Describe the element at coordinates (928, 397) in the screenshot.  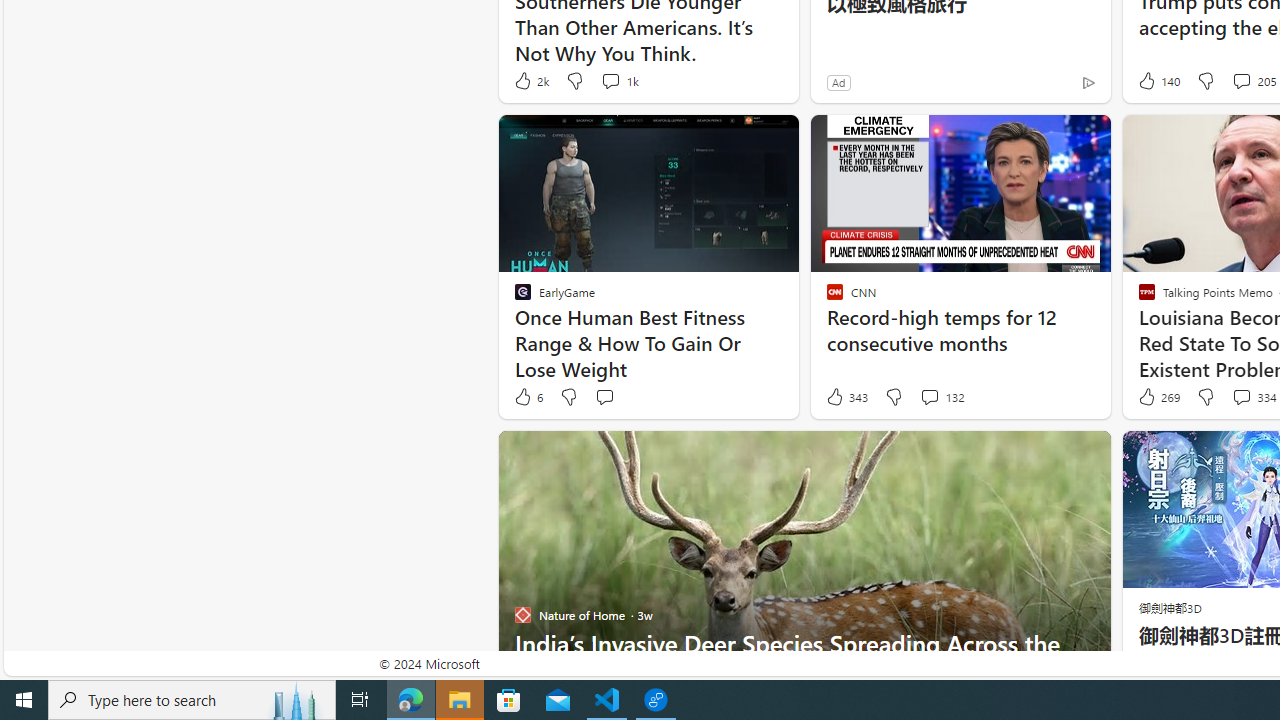
I see `'View comments 132 Comment'` at that location.